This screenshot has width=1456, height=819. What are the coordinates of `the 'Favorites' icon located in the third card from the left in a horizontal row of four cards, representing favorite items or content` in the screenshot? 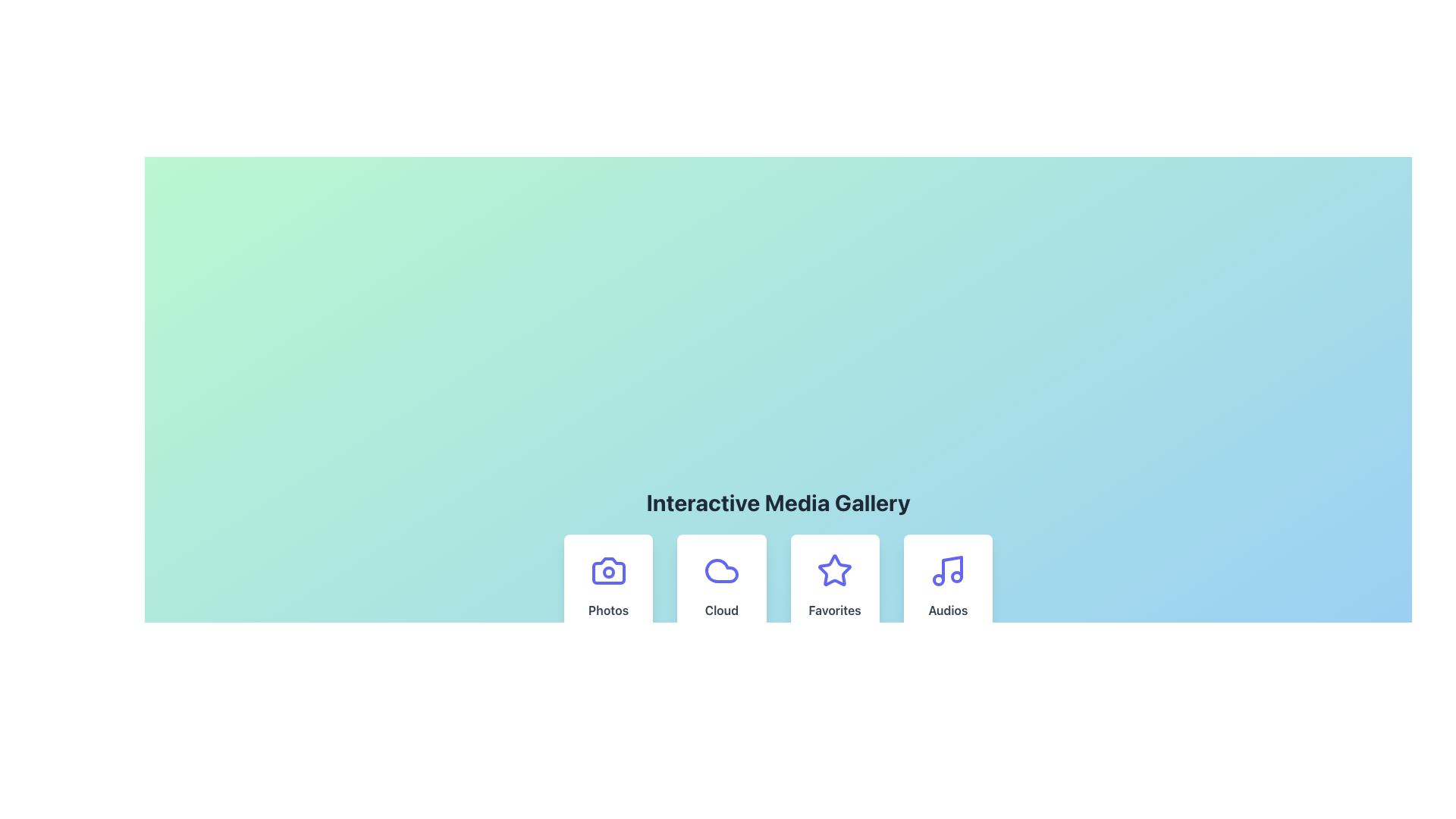 It's located at (834, 570).